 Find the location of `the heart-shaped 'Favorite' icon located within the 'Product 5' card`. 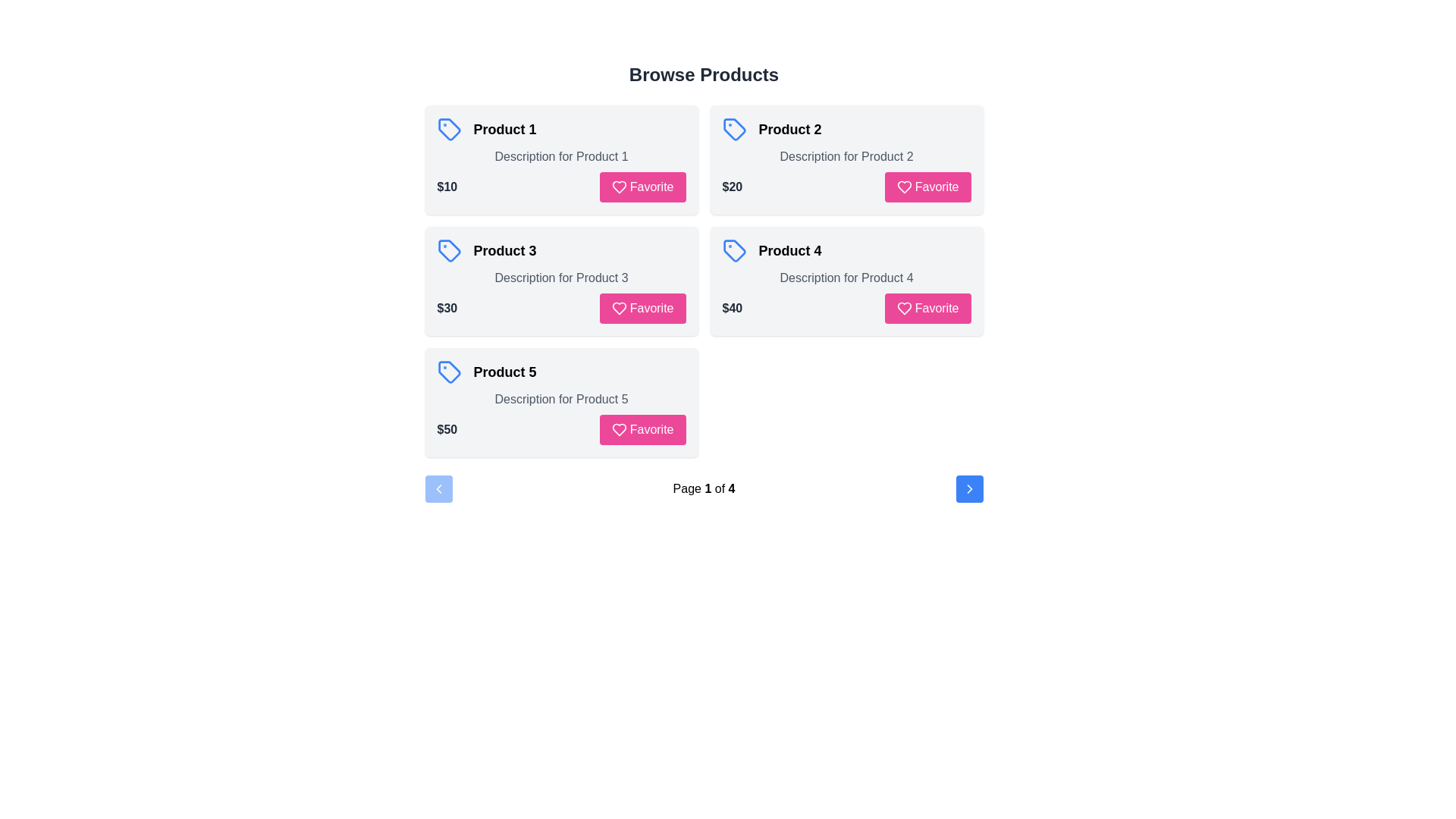

the heart-shaped 'Favorite' icon located within the 'Product 5' card is located at coordinates (619, 430).